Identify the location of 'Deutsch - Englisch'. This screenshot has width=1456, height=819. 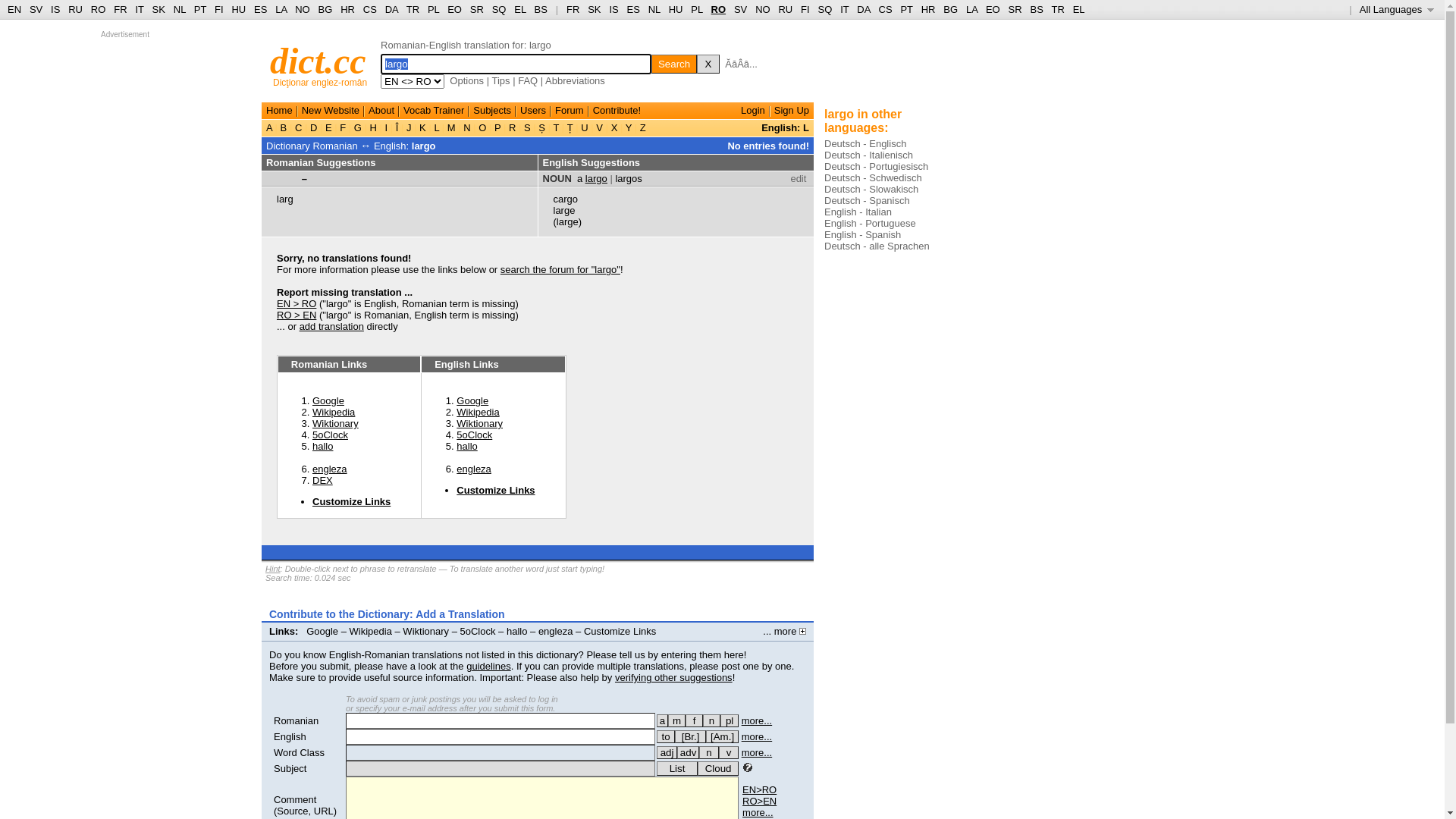
(865, 143).